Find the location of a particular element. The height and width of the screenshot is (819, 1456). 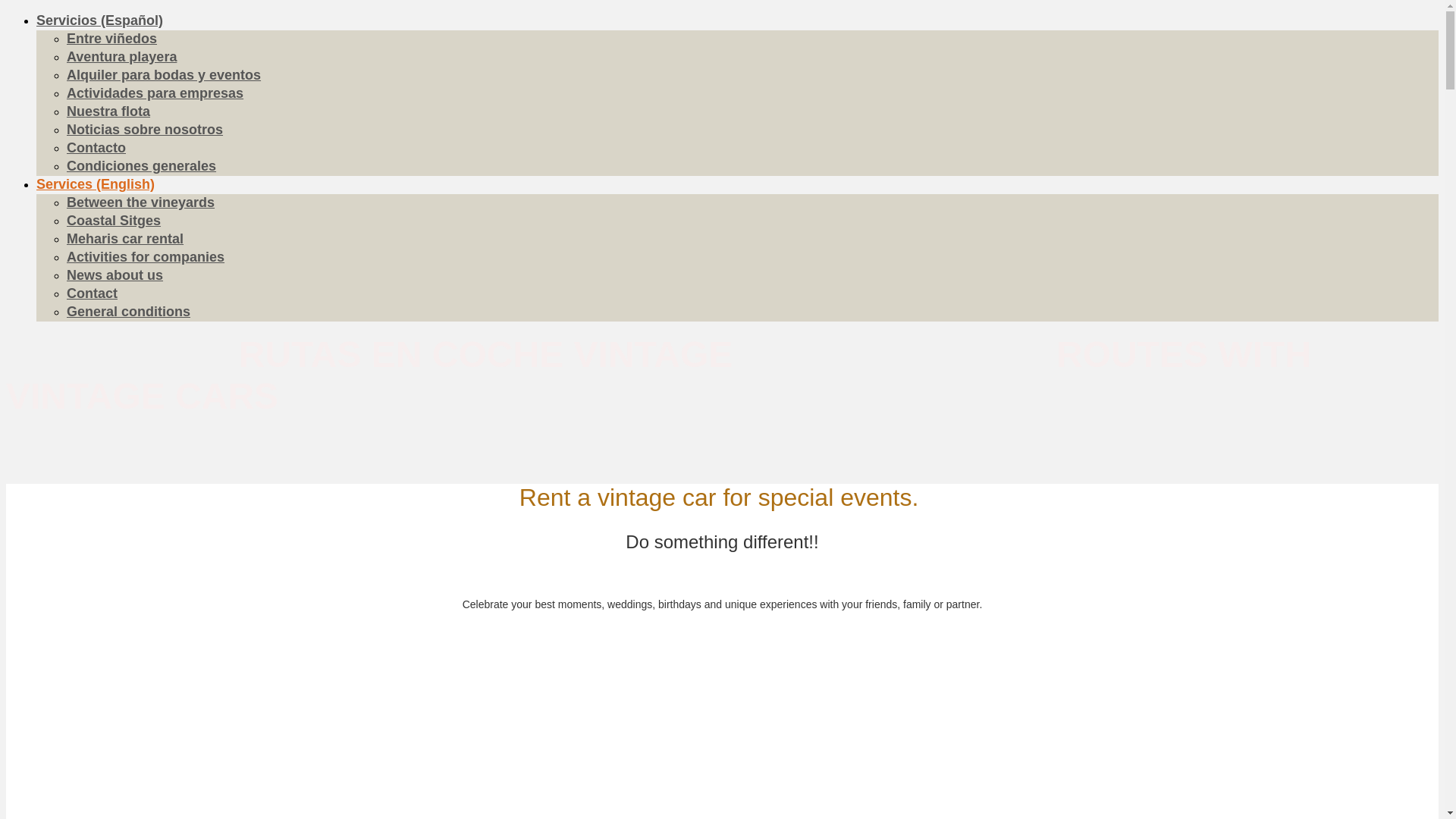

'Between the vineyards' is located at coordinates (140, 201).